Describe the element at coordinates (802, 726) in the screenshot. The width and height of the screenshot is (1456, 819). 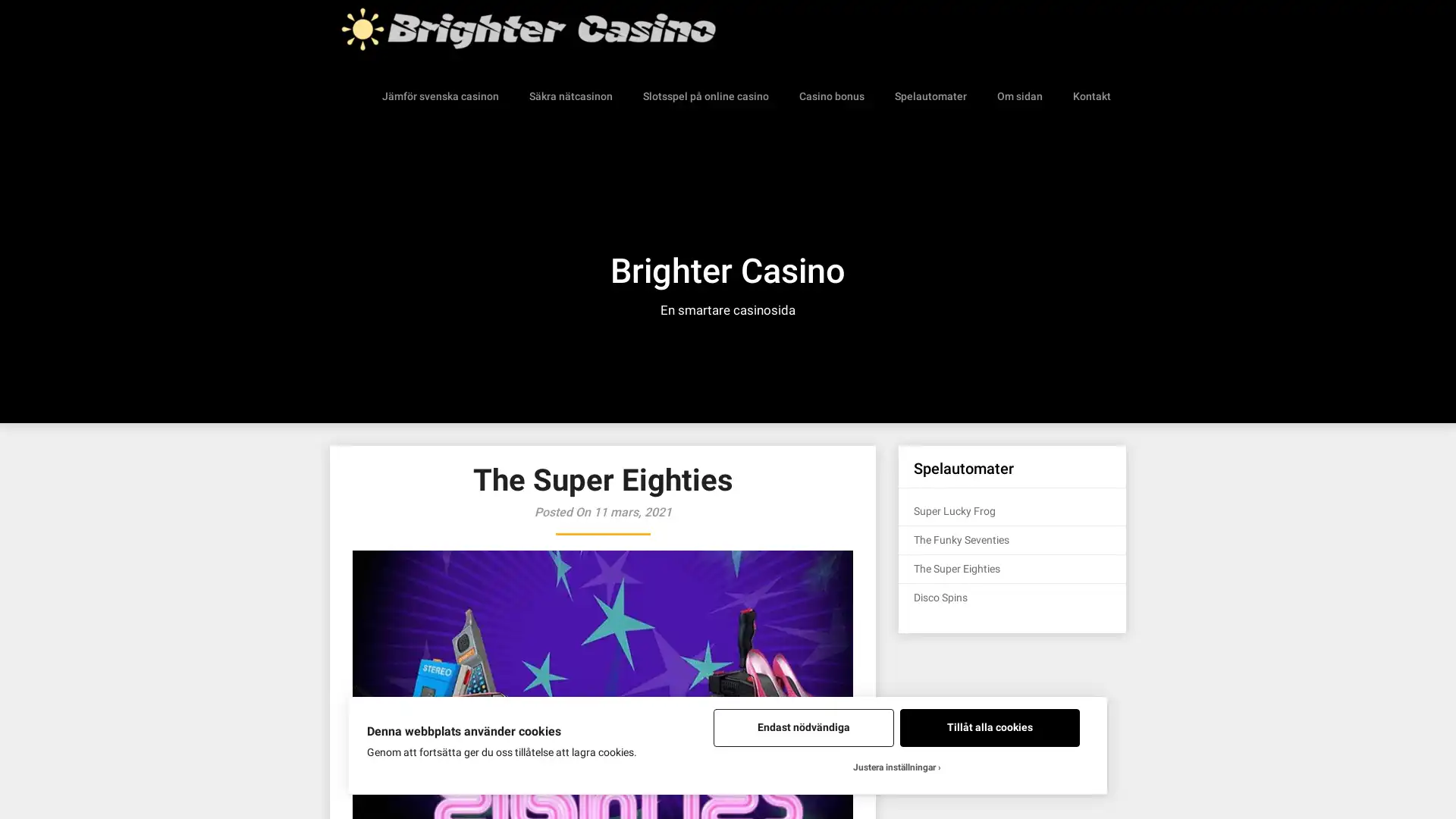
I see `Endast nodvandiga` at that location.